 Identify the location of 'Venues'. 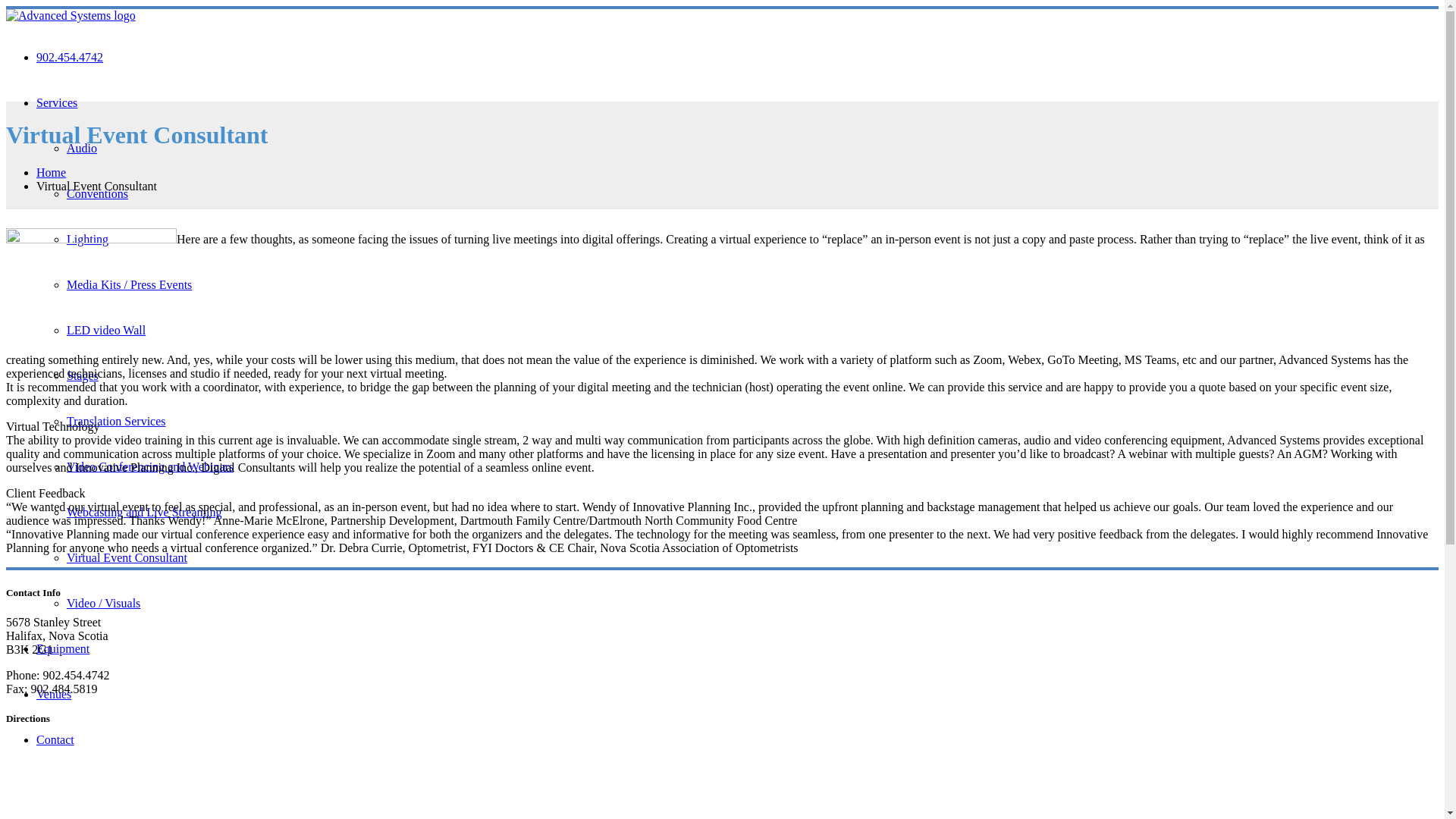
(54, 694).